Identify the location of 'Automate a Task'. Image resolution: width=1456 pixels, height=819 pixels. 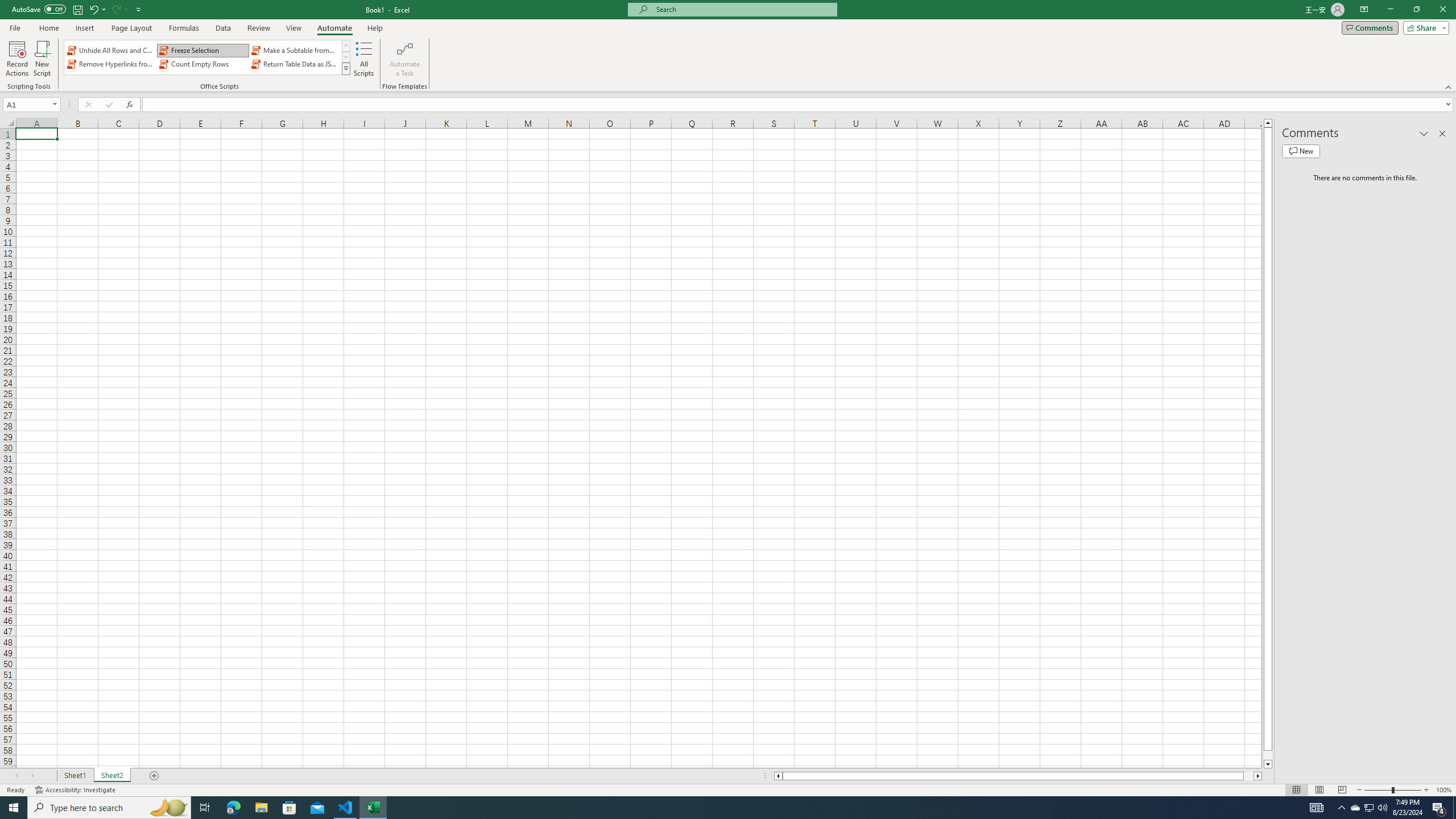
(404, 59).